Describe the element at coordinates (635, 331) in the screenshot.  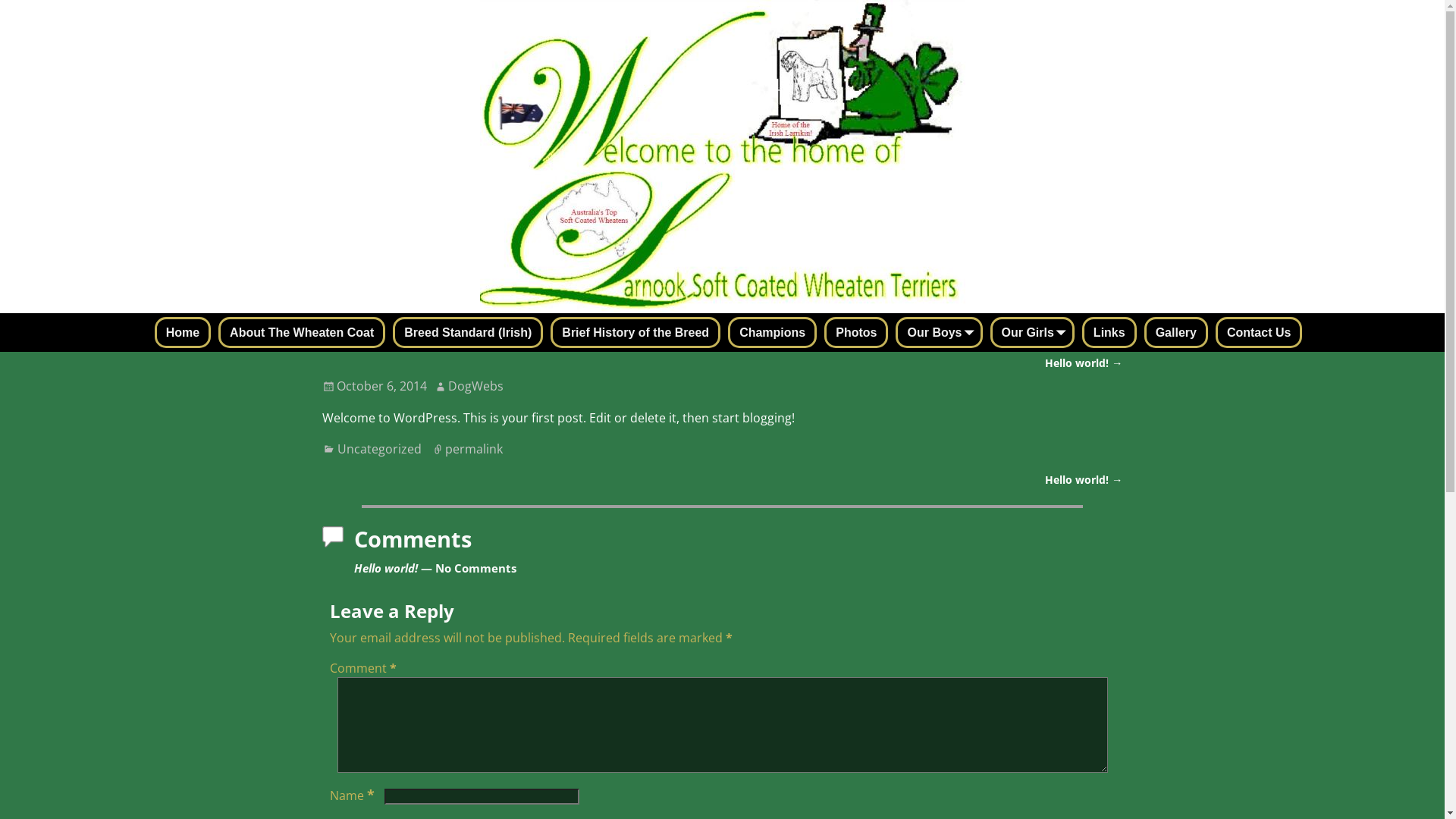
I see `'Brief History of the Breed'` at that location.